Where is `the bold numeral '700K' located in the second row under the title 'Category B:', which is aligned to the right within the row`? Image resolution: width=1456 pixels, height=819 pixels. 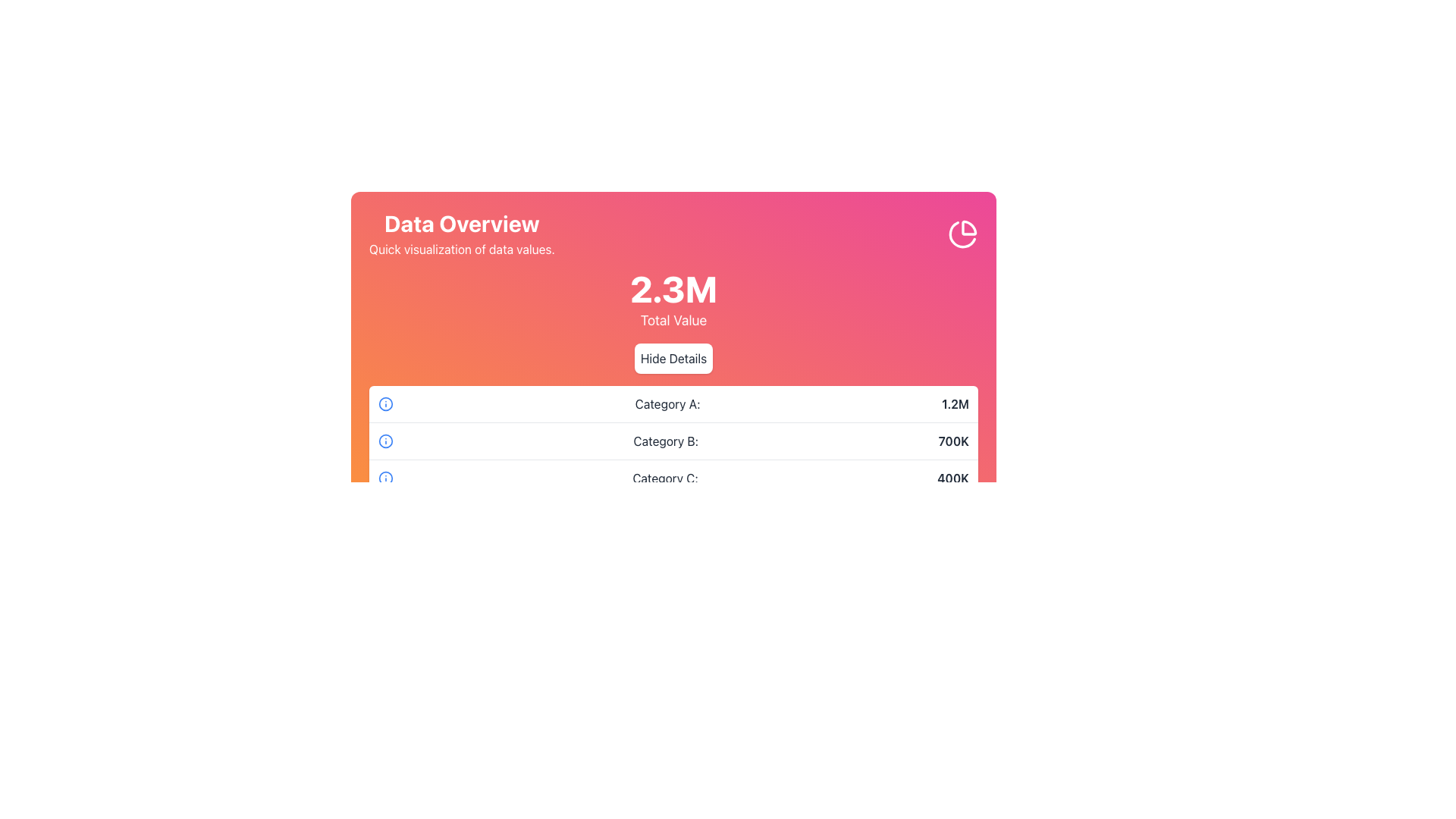
the bold numeral '700K' located in the second row under the title 'Category B:', which is aligned to the right within the row is located at coordinates (952, 441).